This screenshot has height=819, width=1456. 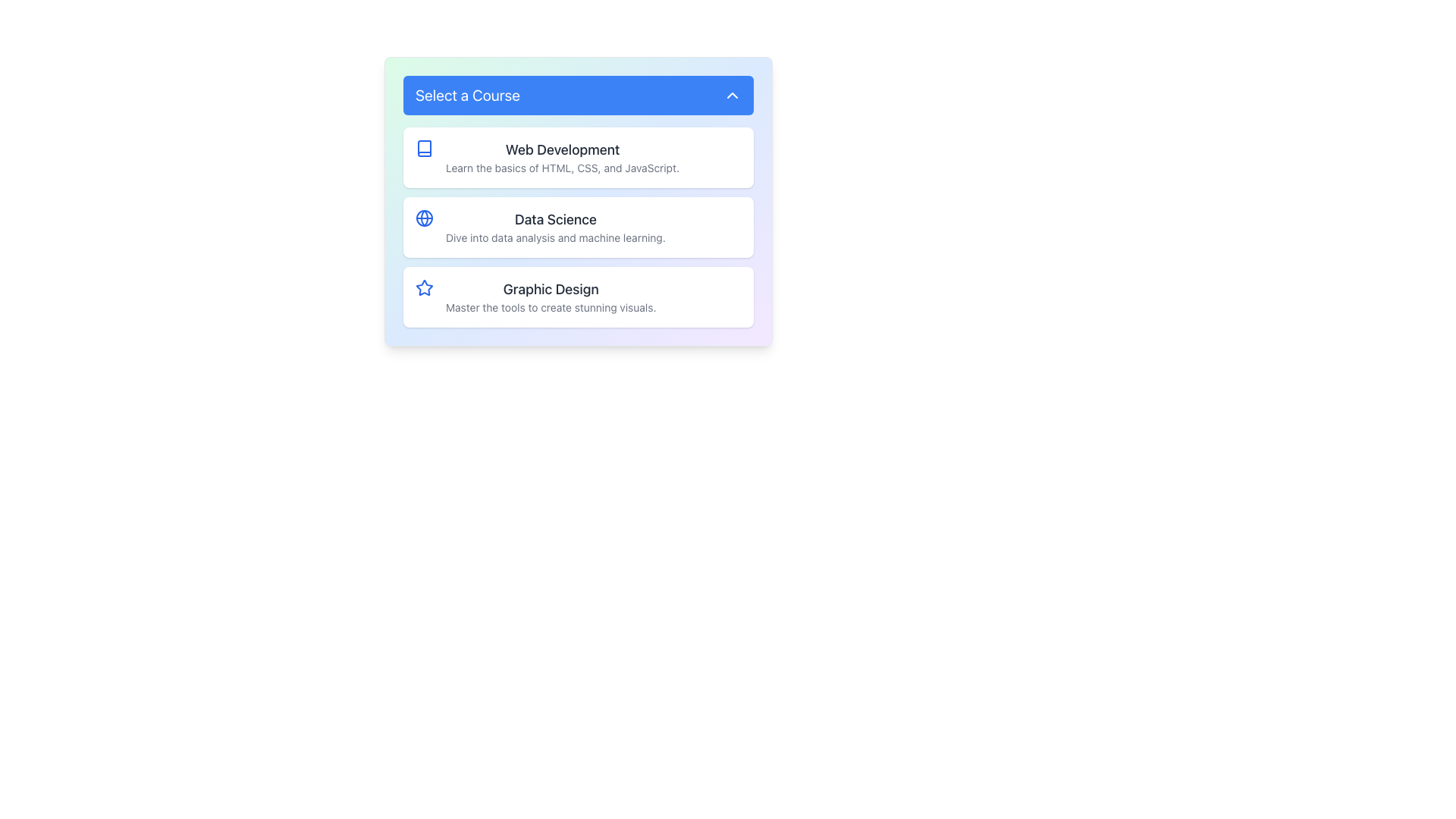 What do you see at coordinates (425, 149) in the screenshot?
I see `the book-shaped icon located to the left of the 'Web Development' text` at bounding box center [425, 149].